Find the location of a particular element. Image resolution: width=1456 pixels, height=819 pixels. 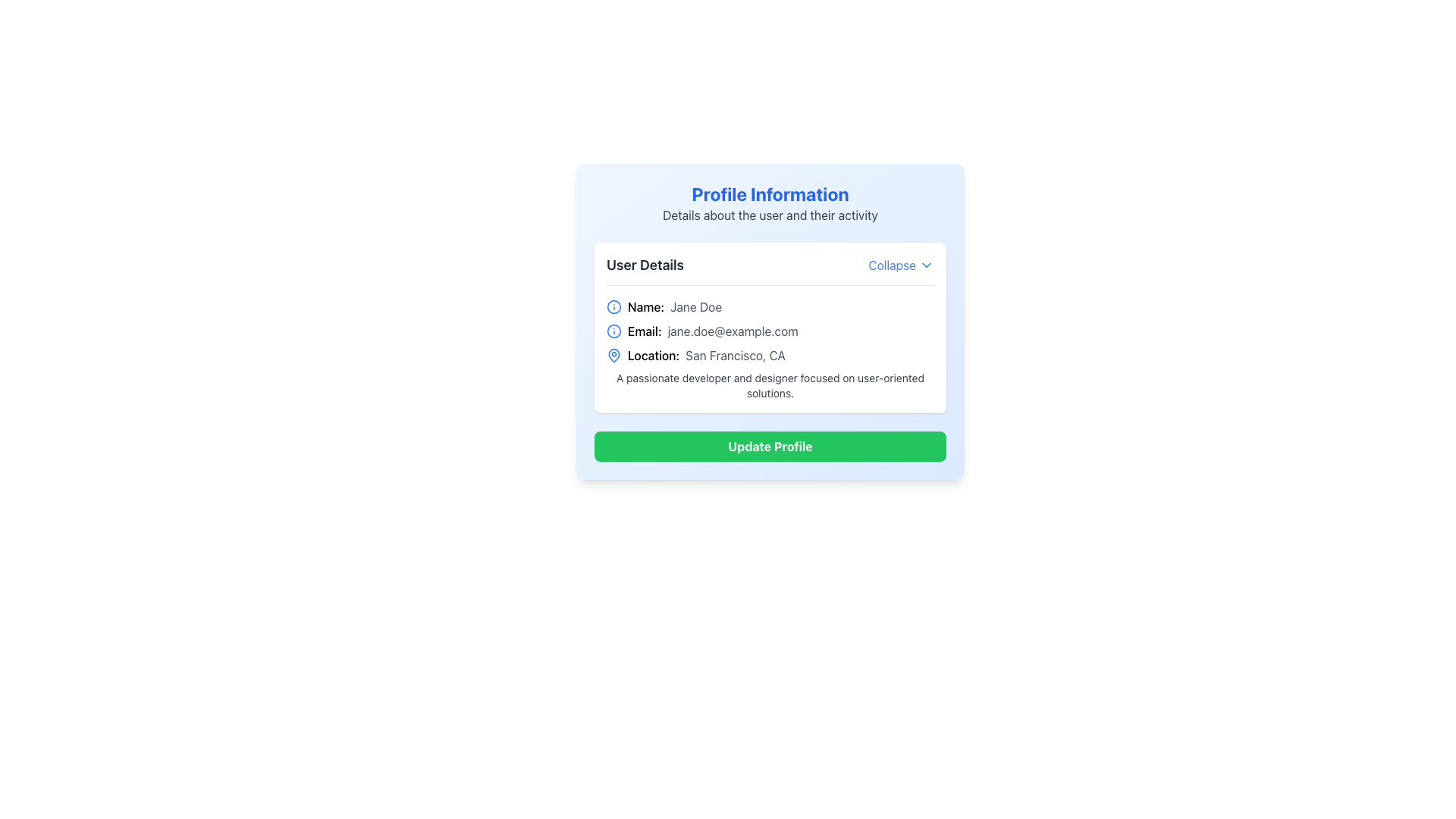

the static text label that identifies the user's email address, located in the 'User Details' section next to 'Jane Doe' and preceding the email content is located at coordinates (645, 330).